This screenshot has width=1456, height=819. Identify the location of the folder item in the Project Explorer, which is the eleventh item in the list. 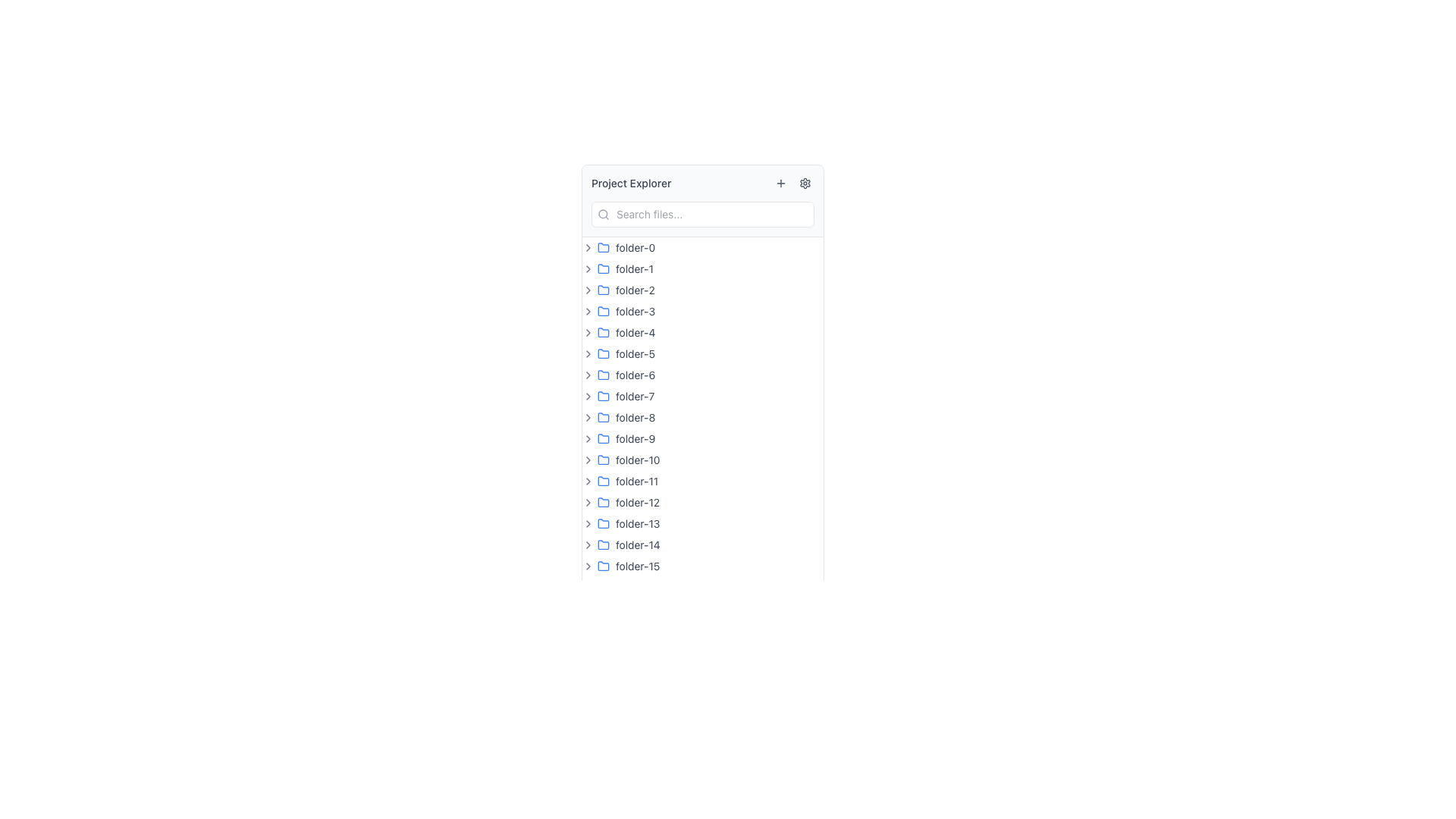
(701, 482).